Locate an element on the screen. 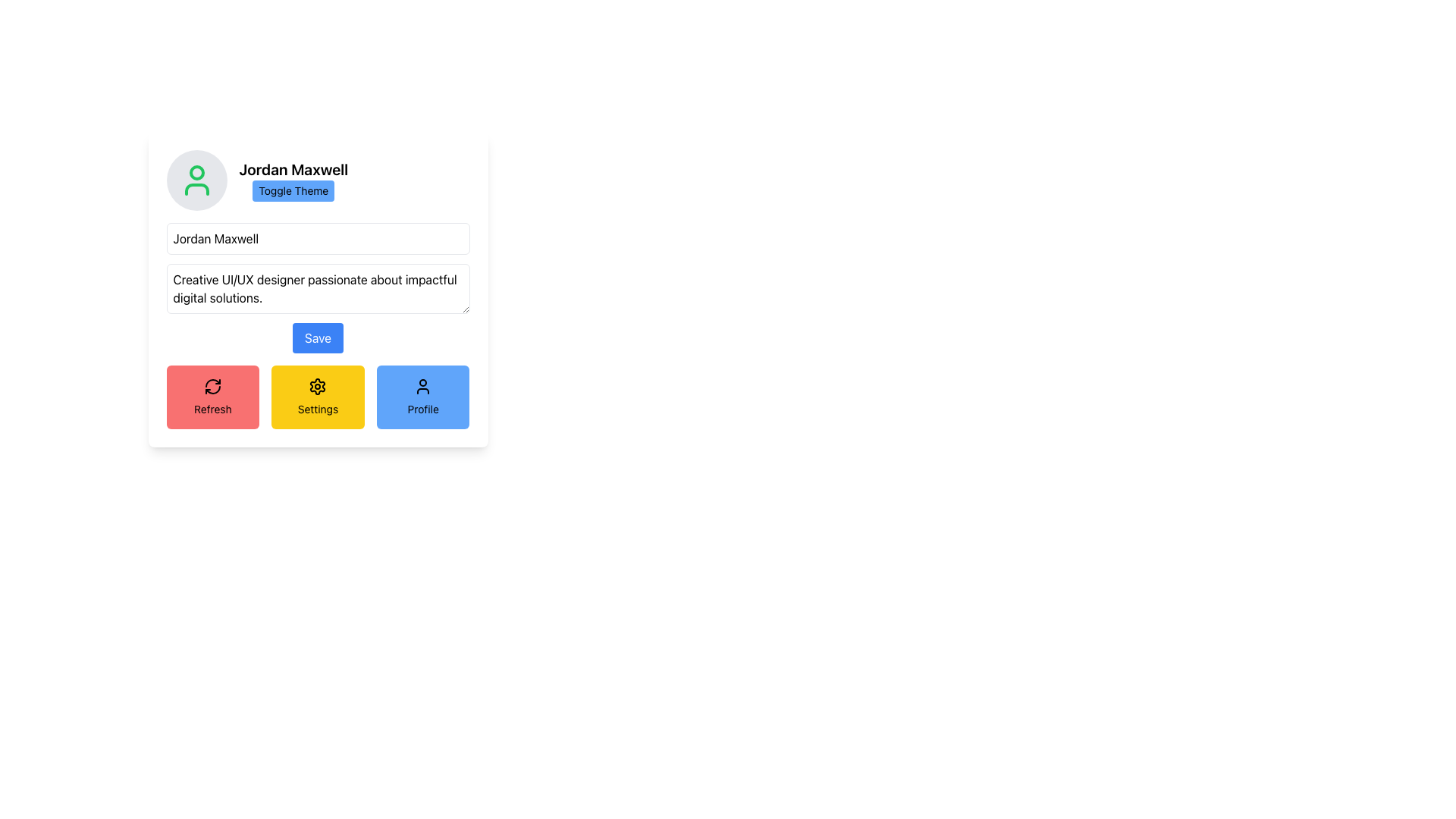  the interactive 'Settings' button with a yellow background located below the 'Save' button and between the 'Refresh' and 'Profile' buttons is located at coordinates (317, 397).